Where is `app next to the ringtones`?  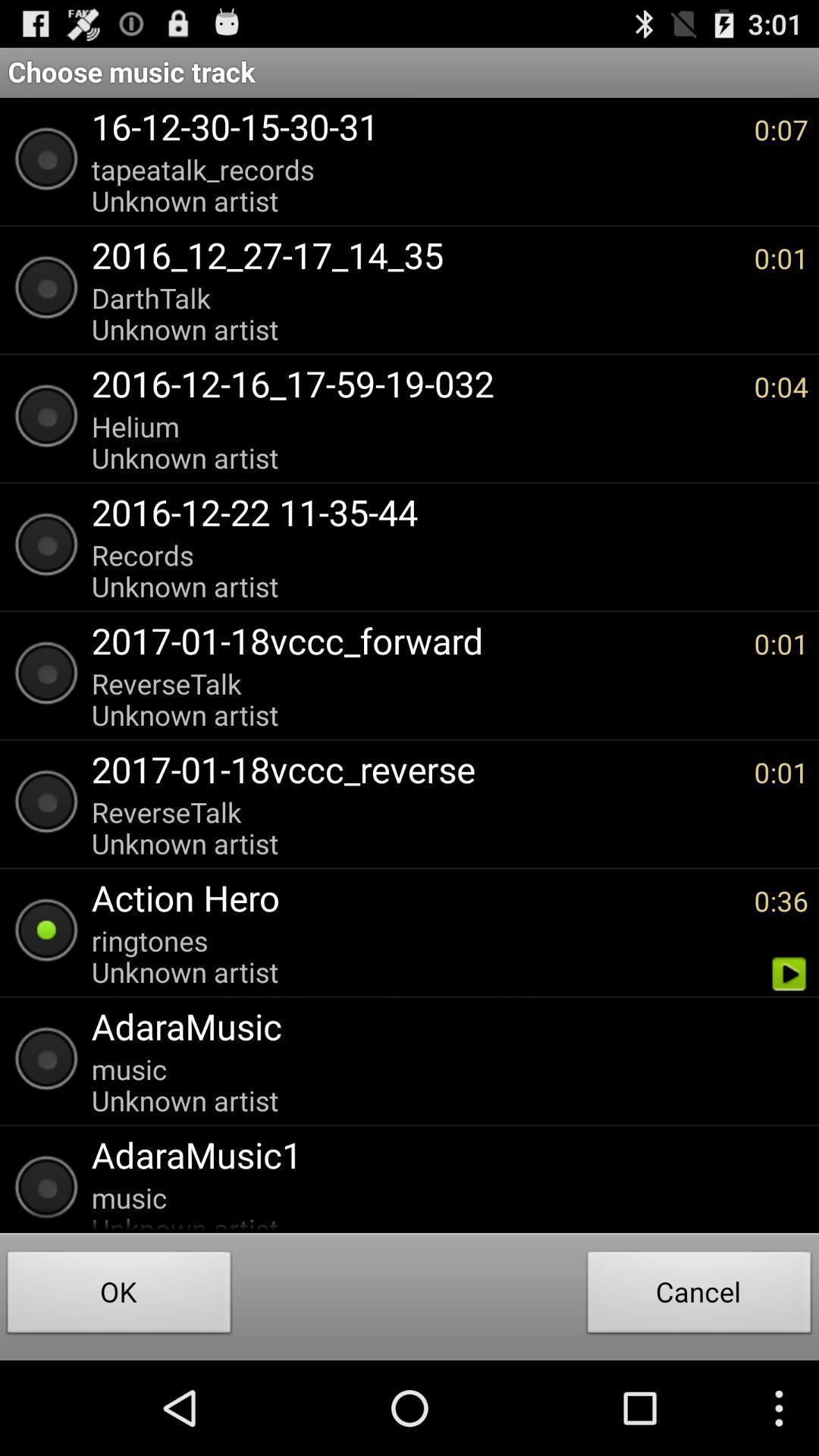 app next to the ringtones is located at coordinates (788, 974).